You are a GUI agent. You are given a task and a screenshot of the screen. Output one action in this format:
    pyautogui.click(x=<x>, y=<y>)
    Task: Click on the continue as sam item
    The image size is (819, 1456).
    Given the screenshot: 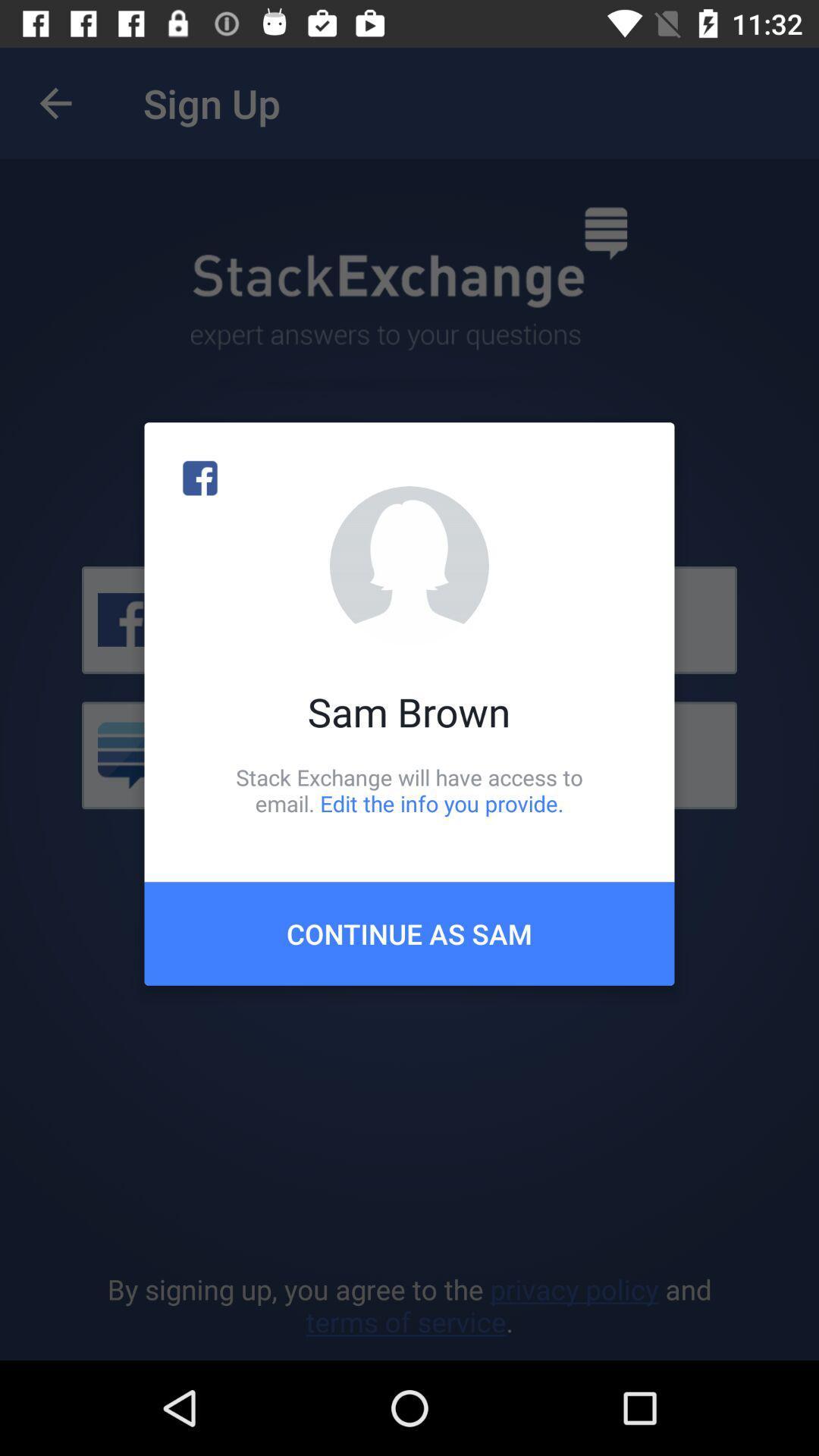 What is the action you would take?
    pyautogui.click(x=409, y=933)
    